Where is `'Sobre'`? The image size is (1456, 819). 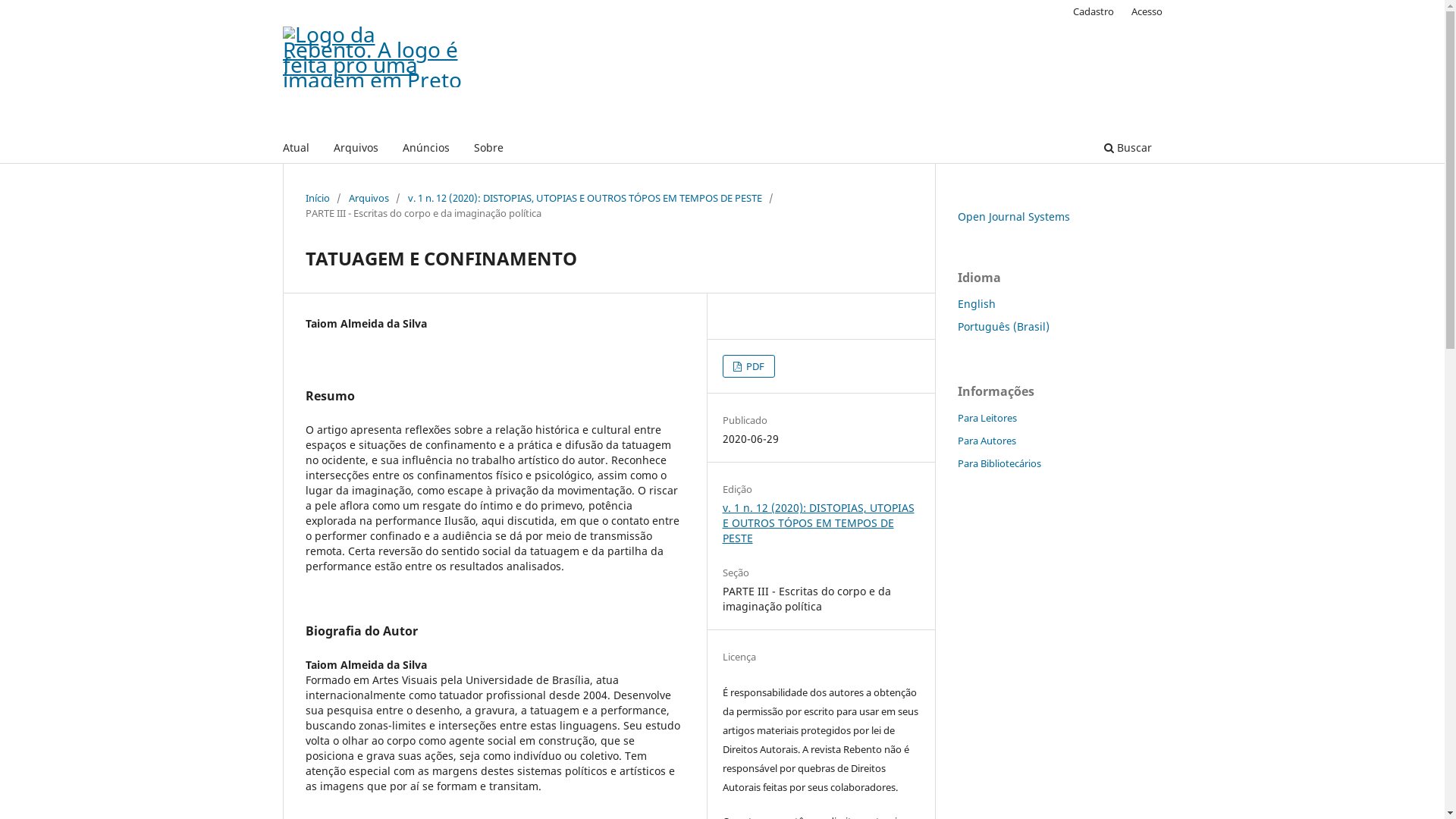 'Sobre' is located at coordinates (468, 149).